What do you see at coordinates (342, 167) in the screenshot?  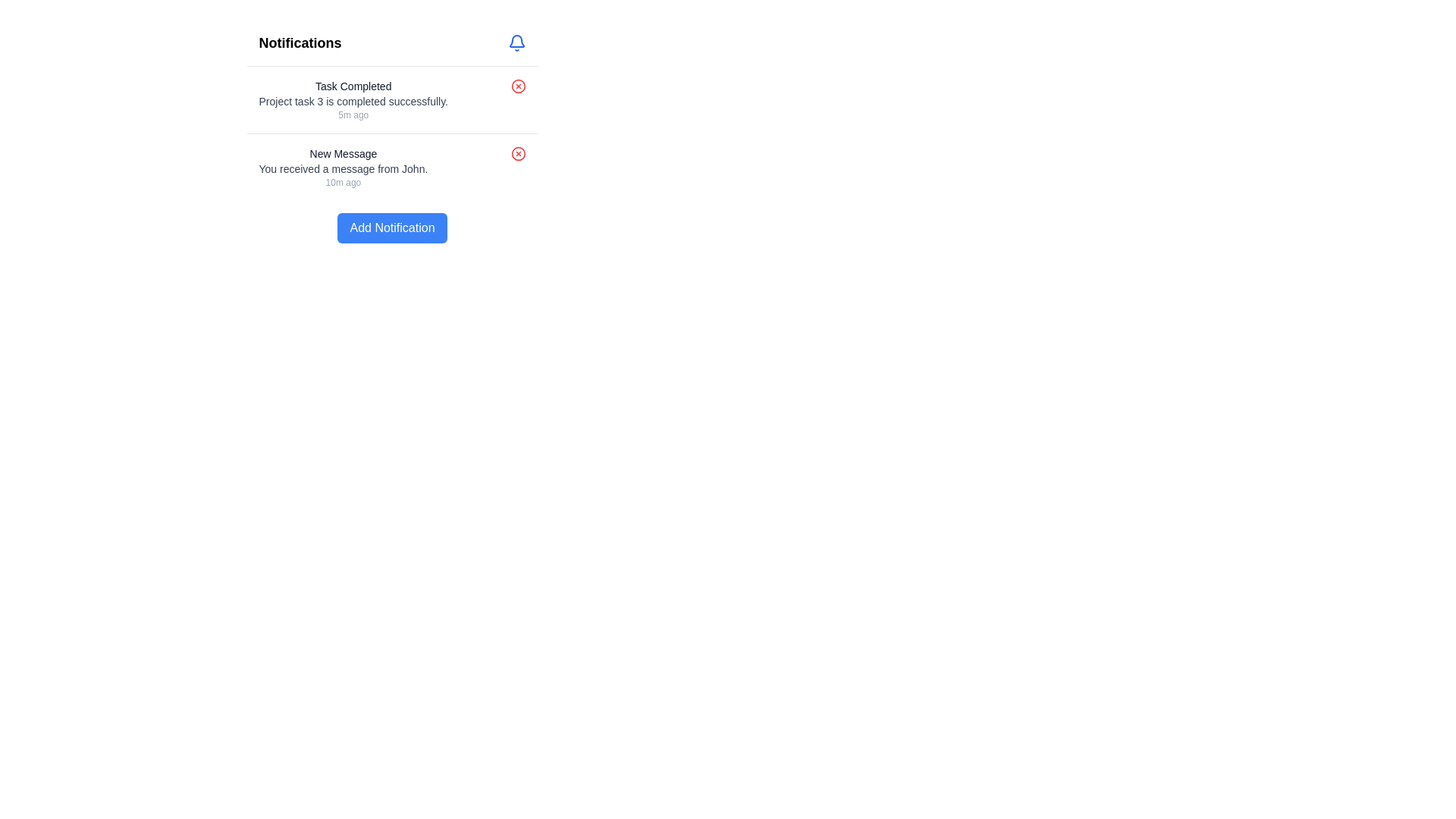 I see `the second notification in the notifications list indicating a new message from 'John'` at bounding box center [342, 167].